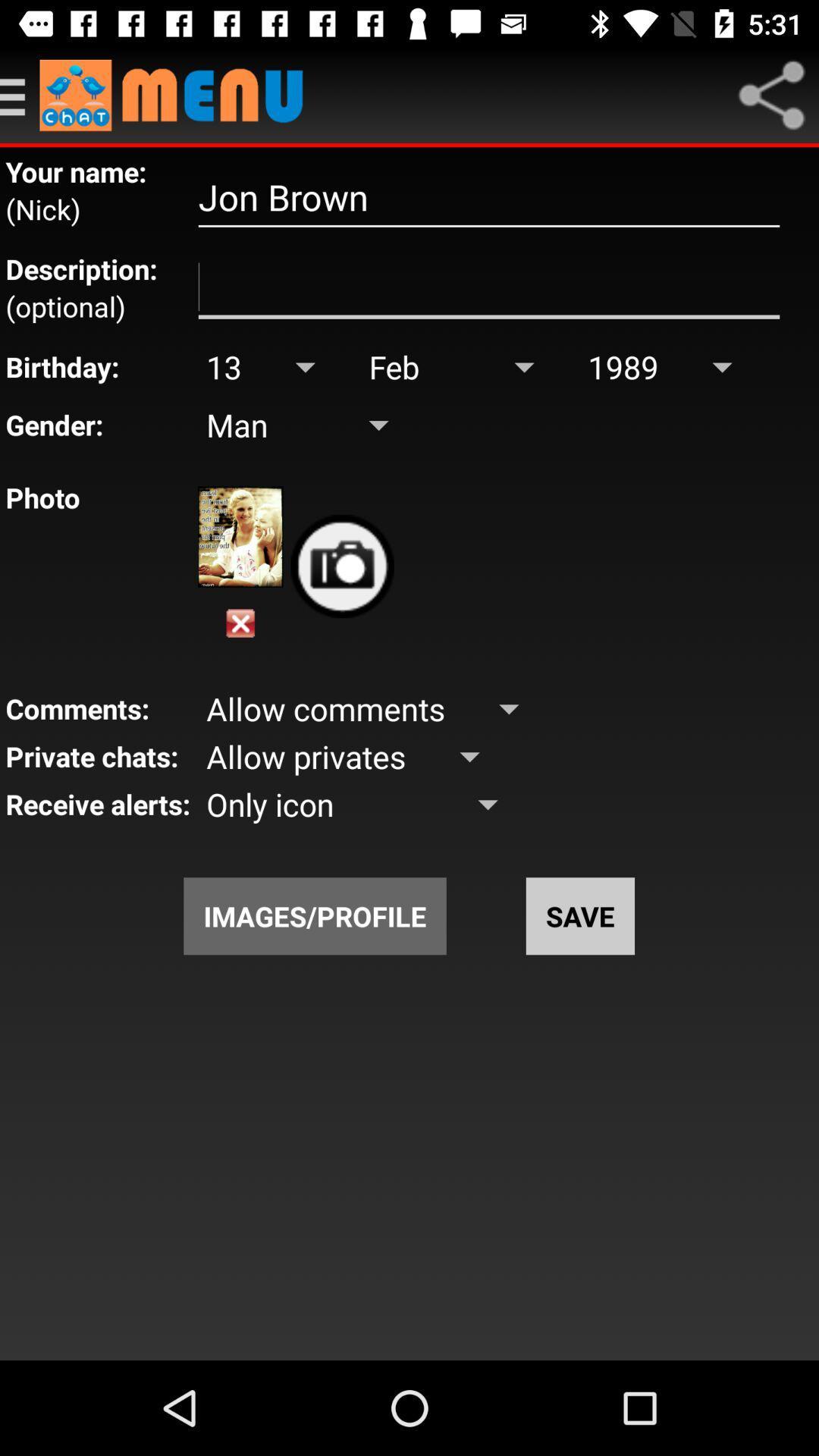 This screenshot has width=819, height=1456. What do you see at coordinates (240, 623) in the screenshot?
I see `delete the photo` at bounding box center [240, 623].